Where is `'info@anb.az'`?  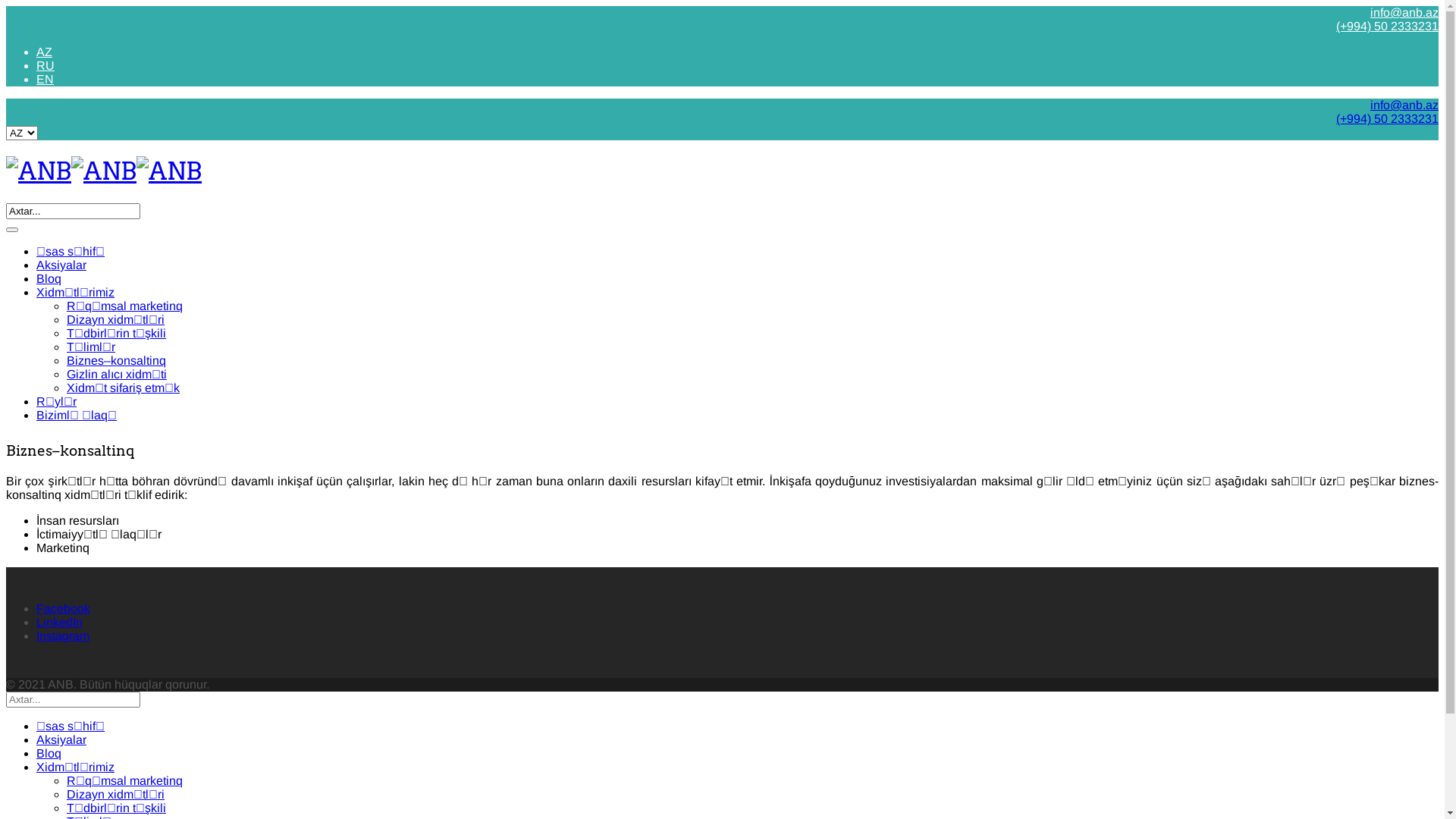 'info@anb.az' is located at coordinates (1404, 104).